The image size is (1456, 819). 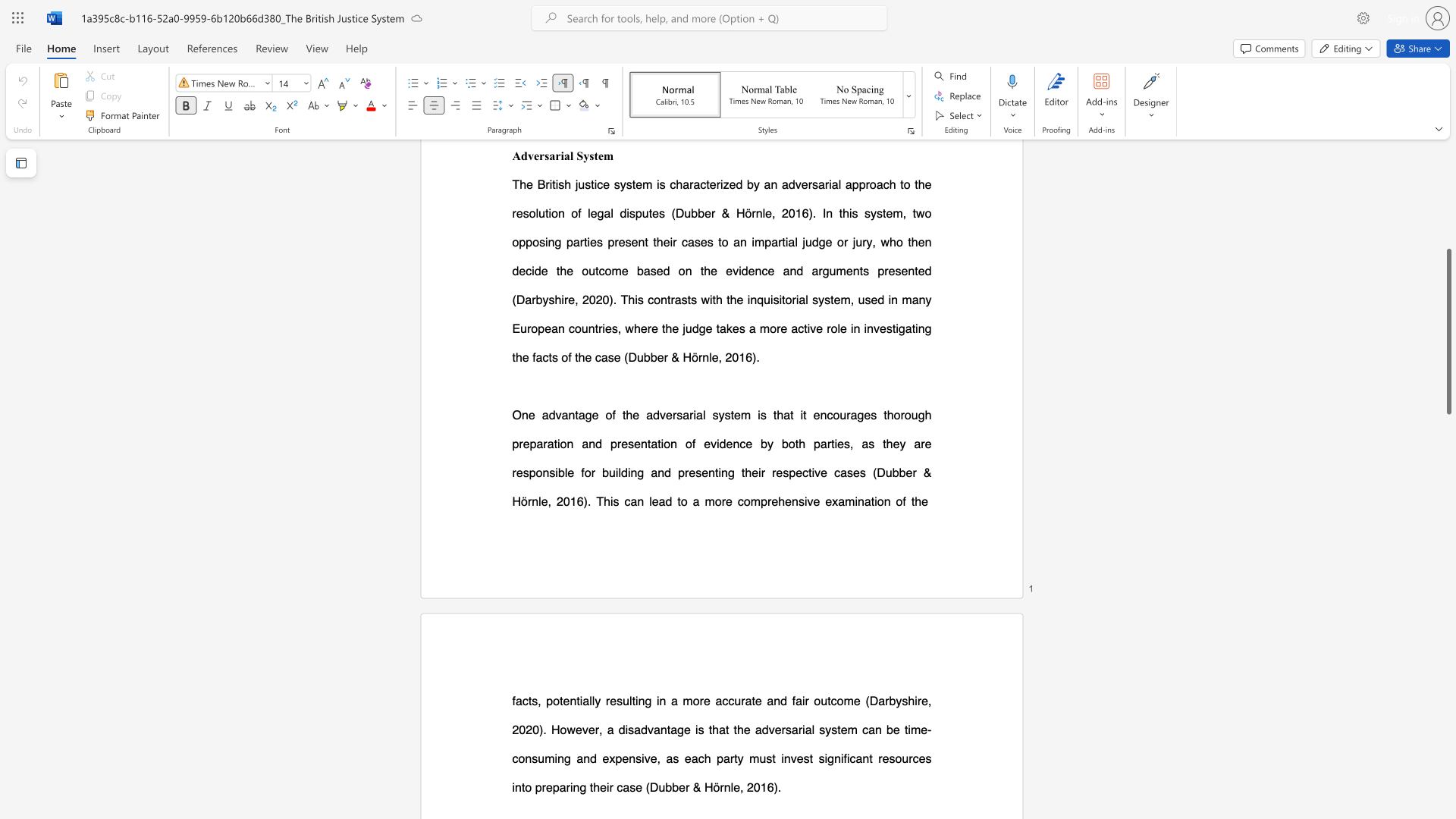 I want to click on the scrollbar to scroll the page up, so click(x=1448, y=113).